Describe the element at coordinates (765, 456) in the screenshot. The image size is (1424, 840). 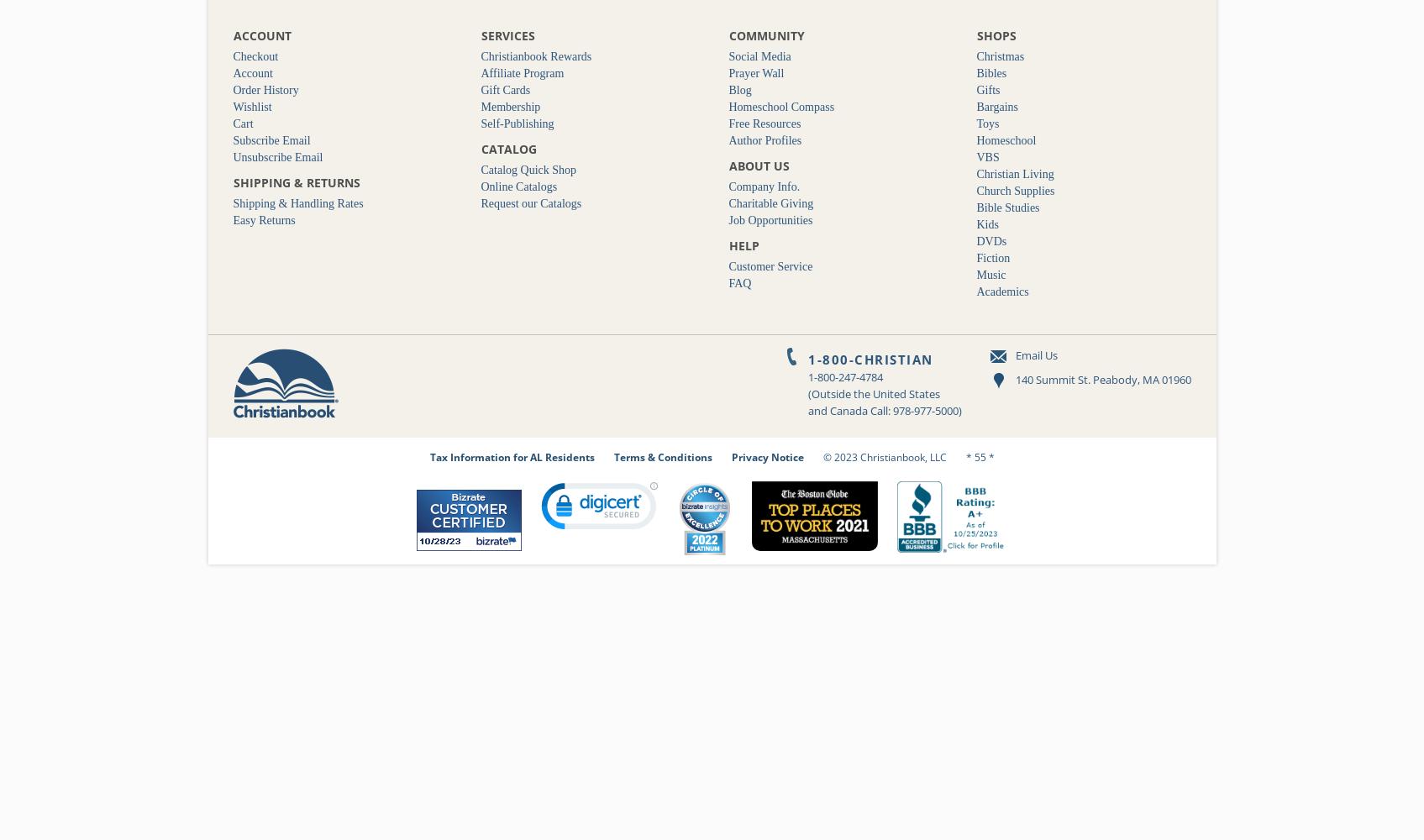
I see `'Privacy Notice'` at that location.